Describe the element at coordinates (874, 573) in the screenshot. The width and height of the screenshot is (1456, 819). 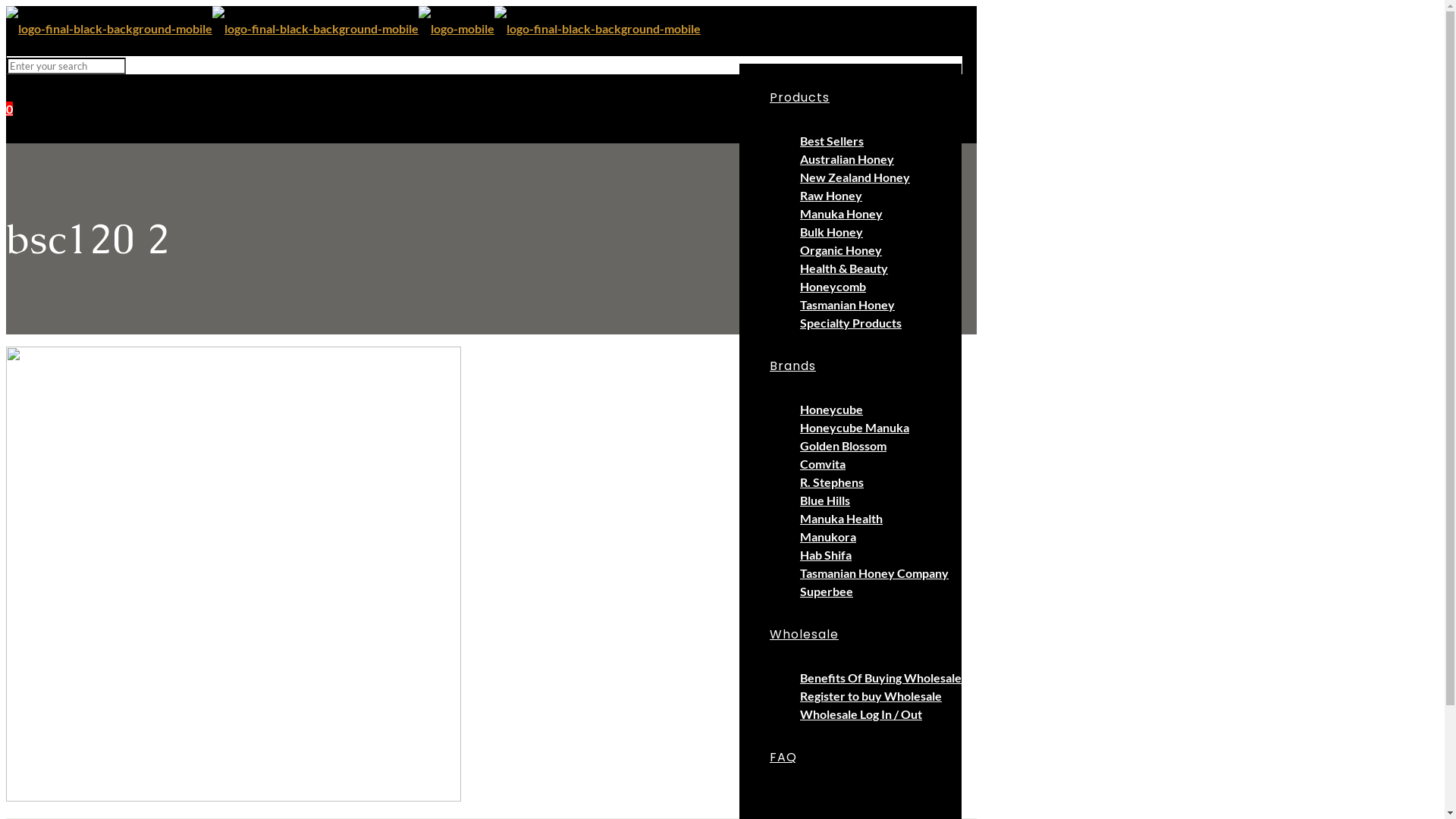
I see `'Tasmanian Honey Company'` at that location.